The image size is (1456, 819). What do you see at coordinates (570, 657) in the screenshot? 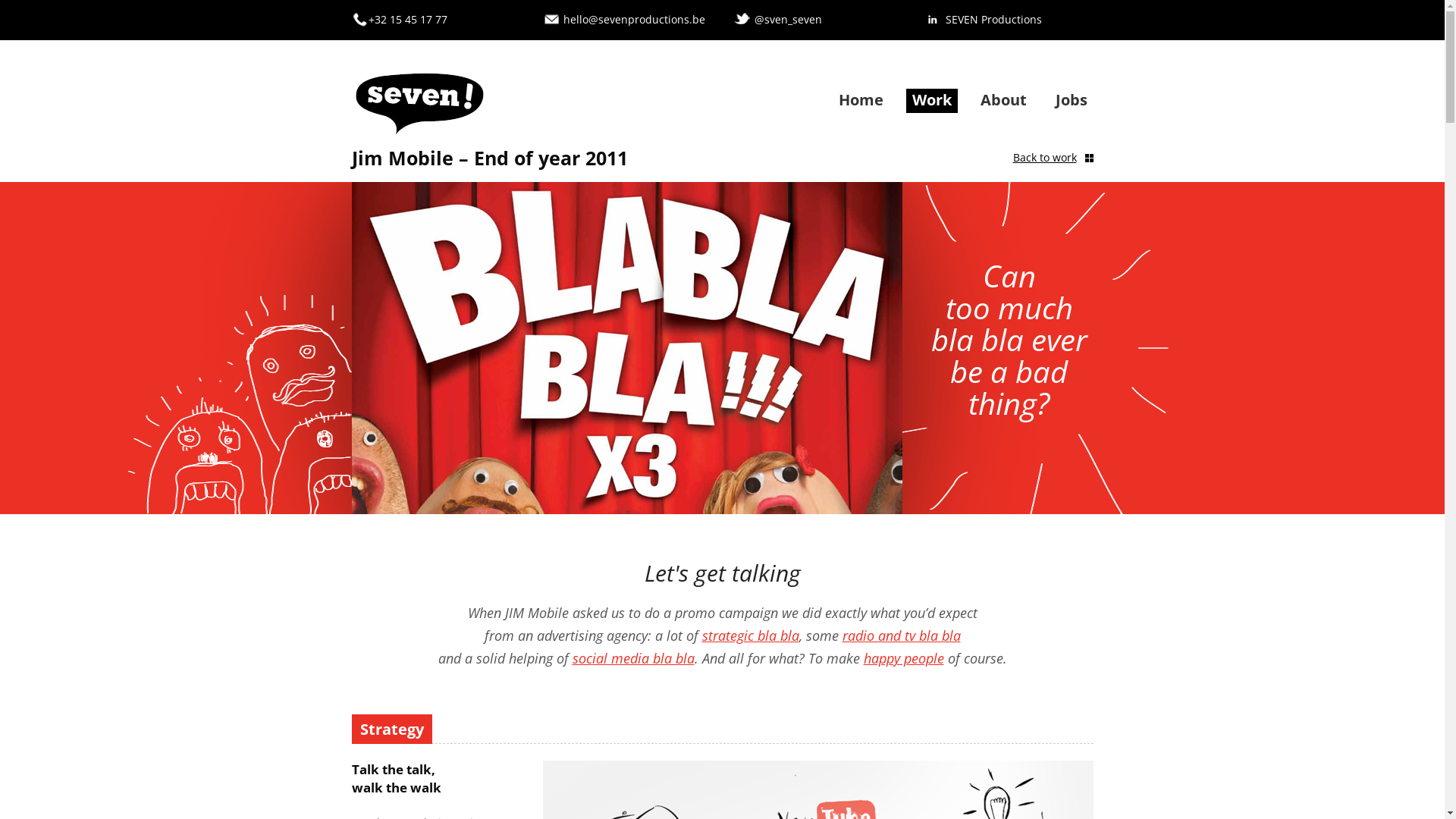
I see `'social media bla bla'` at bounding box center [570, 657].